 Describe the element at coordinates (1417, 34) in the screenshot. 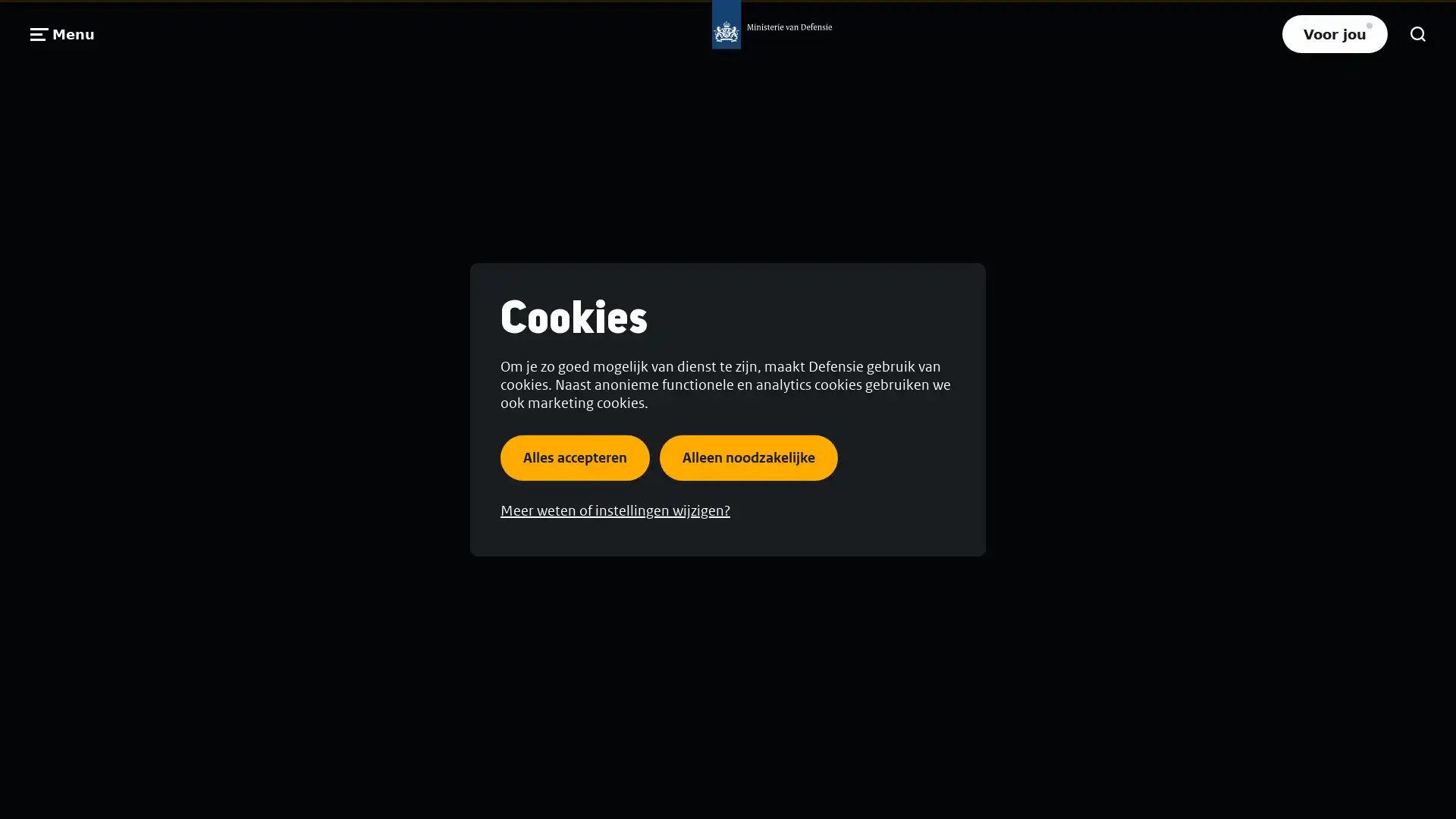

I see `Zoeken openen` at that location.